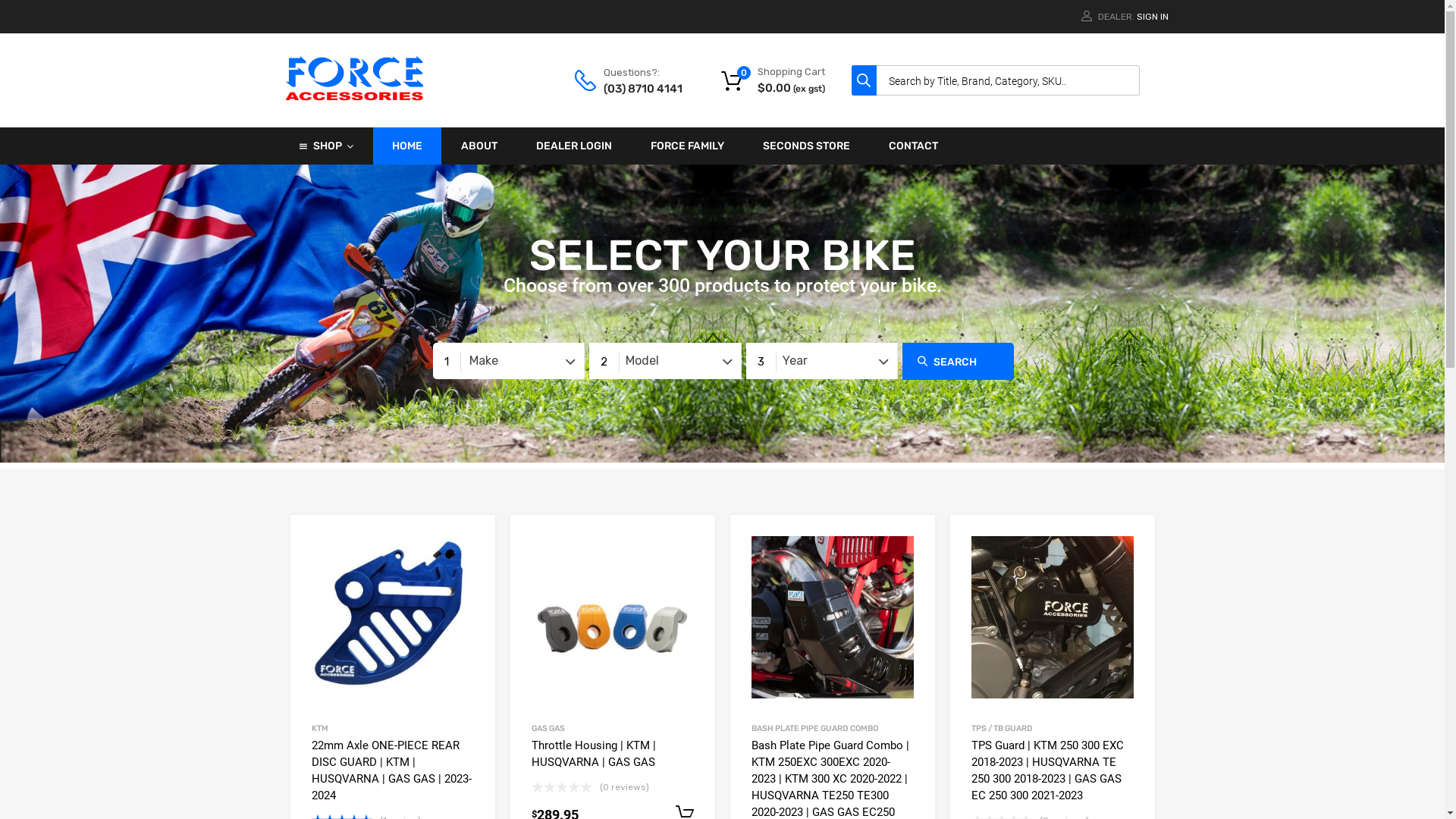  What do you see at coordinates (318, 727) in the screenshot?
I see `'KTM'` at bounding box center [318, 727].